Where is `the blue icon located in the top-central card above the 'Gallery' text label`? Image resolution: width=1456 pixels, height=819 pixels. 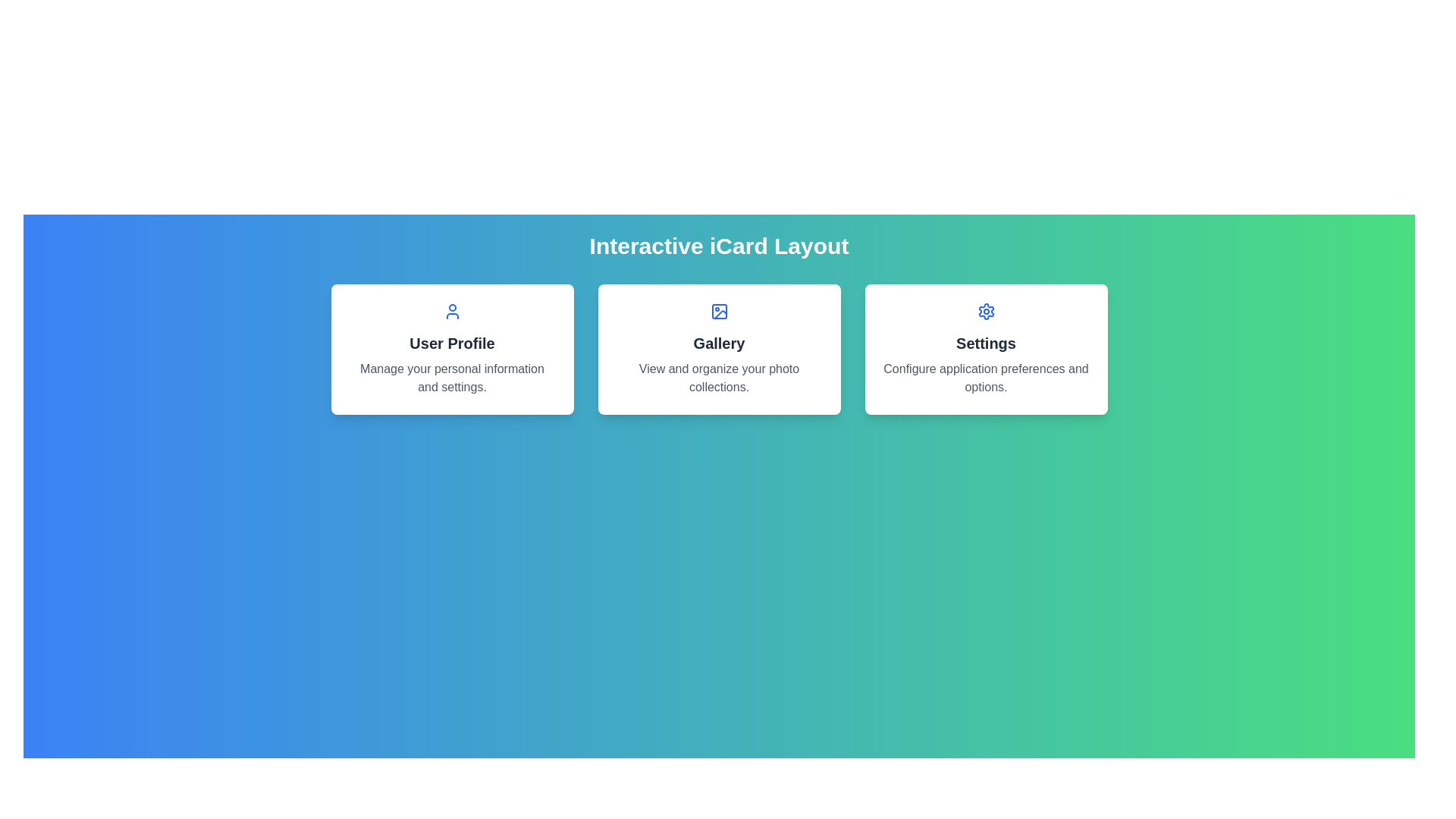 the blue icon located in the top-central card above the 'Gallery' text label is located at coordinates (718, 311).